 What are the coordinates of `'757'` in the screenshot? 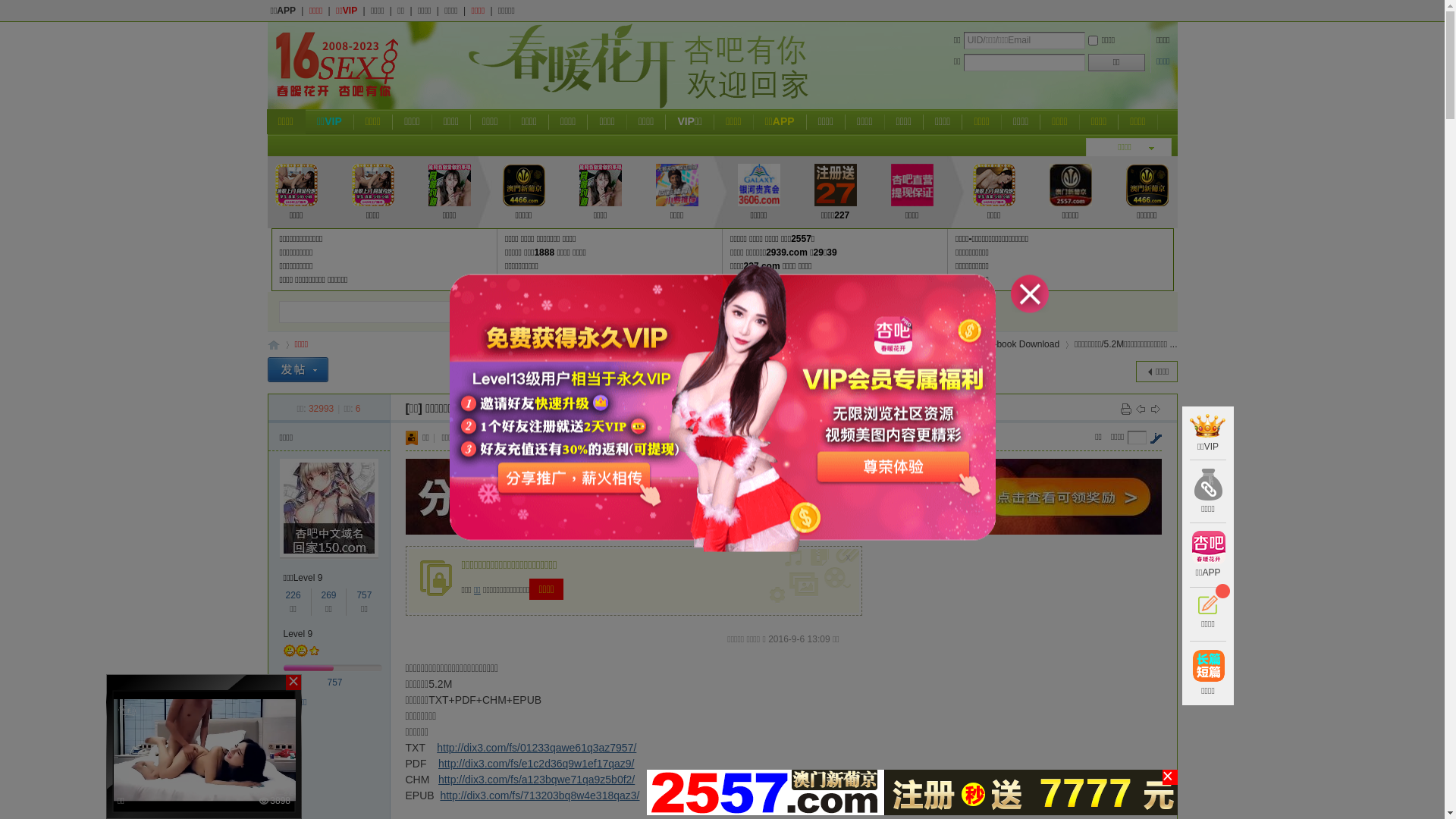 It's located at (334, 681).